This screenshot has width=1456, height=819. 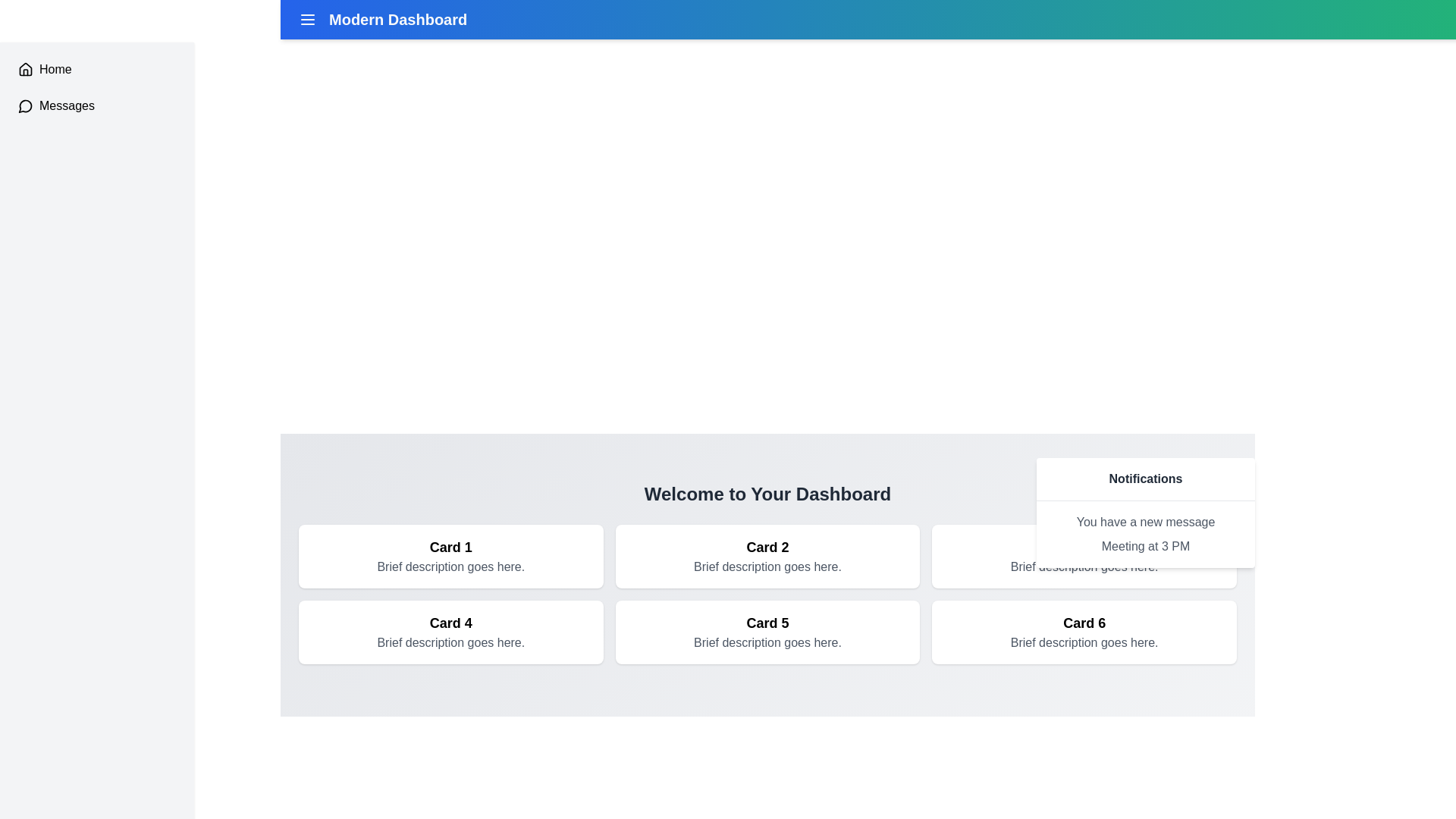 What do you see at coordinates (1084, 567) in the screenshot?
I see `the static text label located beneath the bold header 'Card 3' in the third card of the grid in the top-right area` at bounding box center [1084, 567].